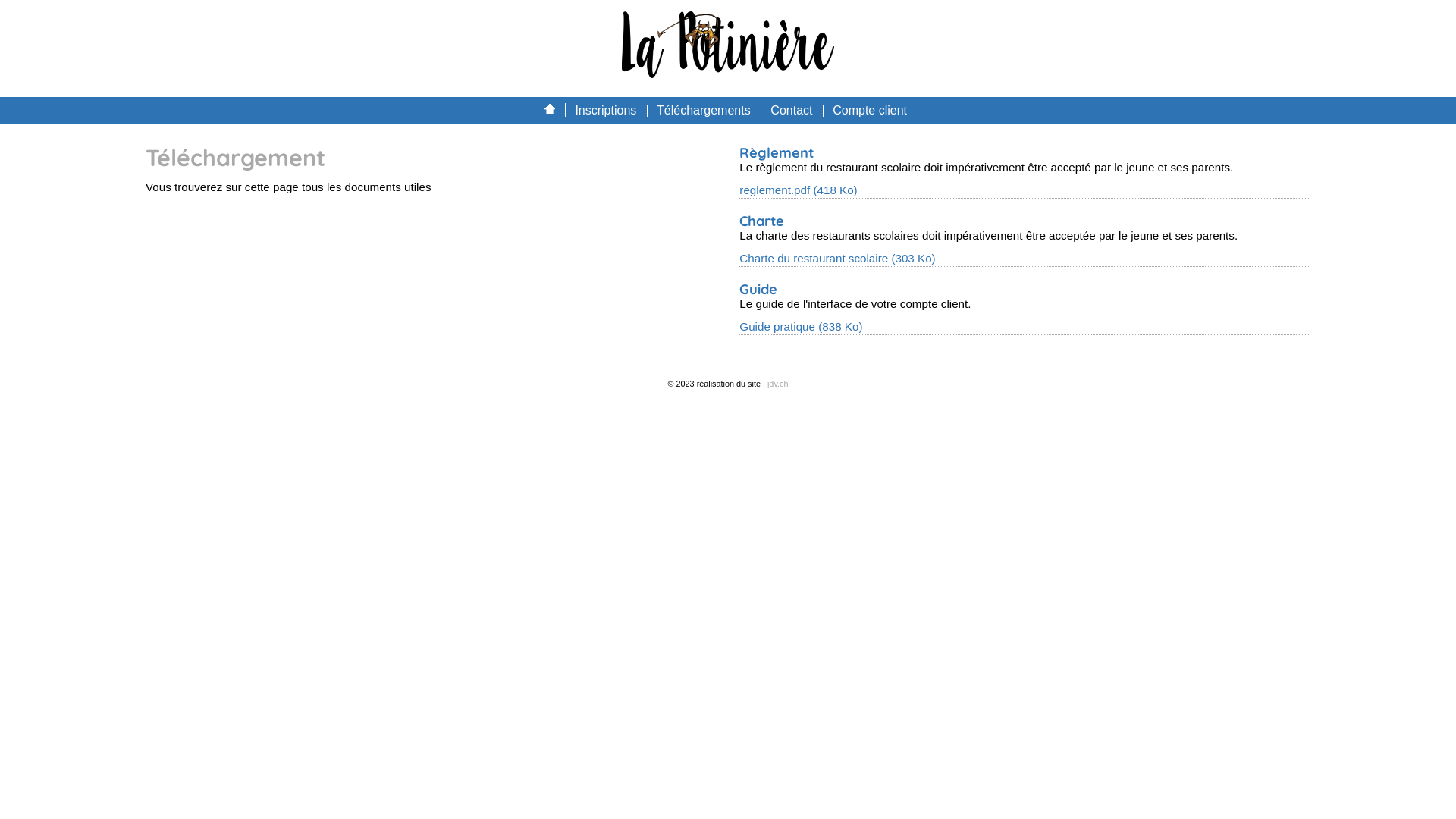  I want to click on 'Contact', so click(790, 109).